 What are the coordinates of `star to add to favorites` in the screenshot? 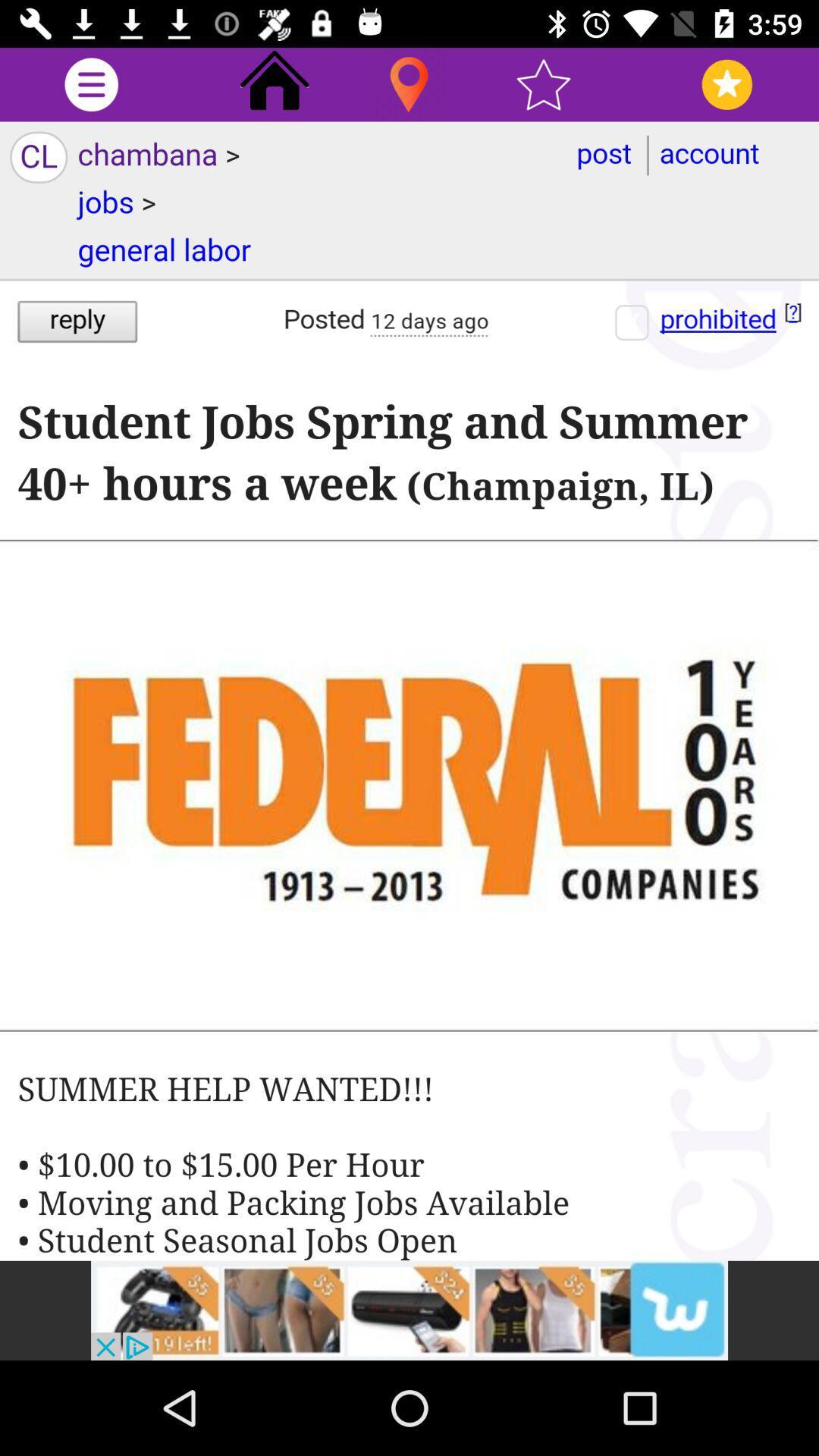 It's located at (543, 83).